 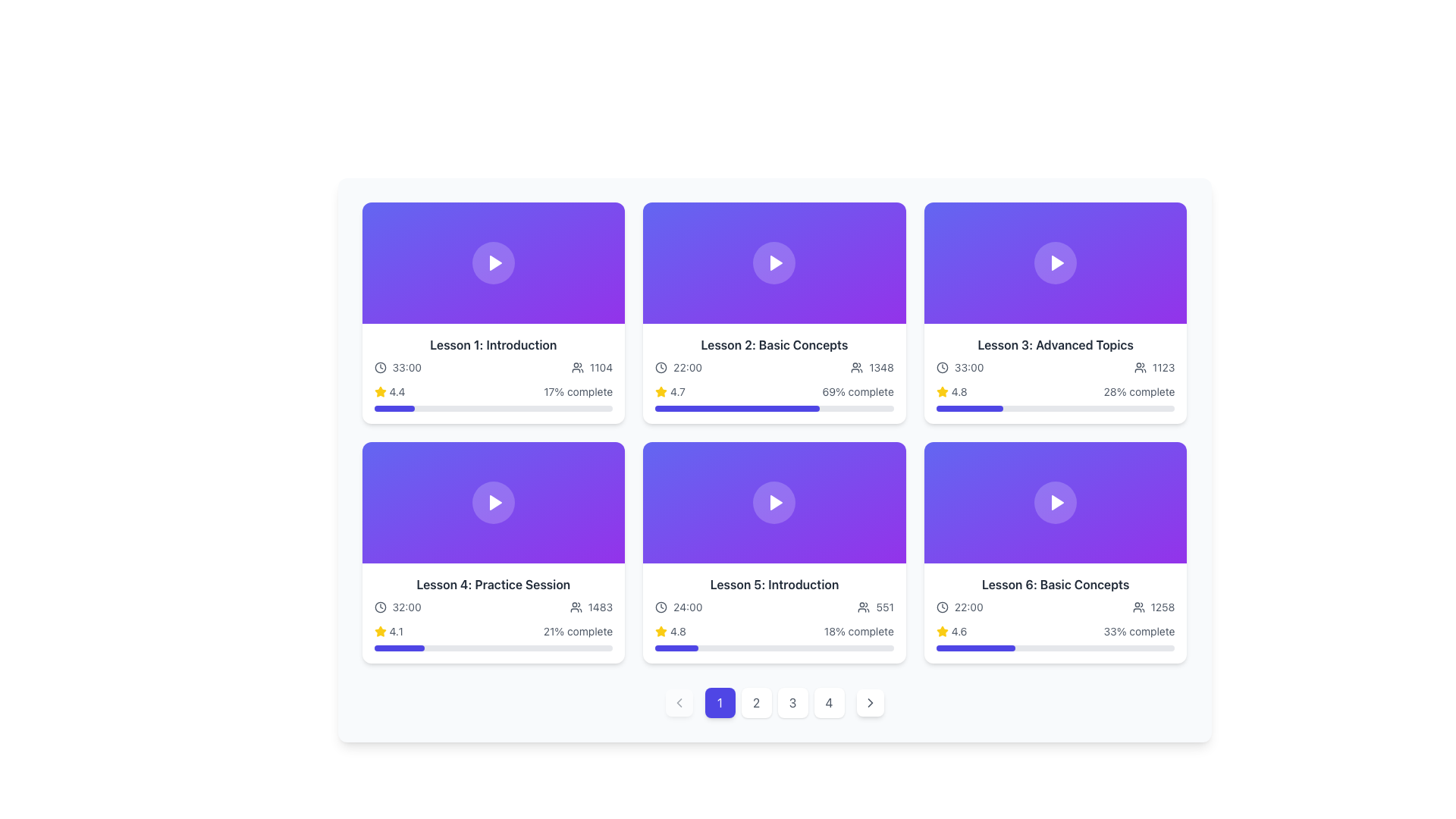 I want to click on the progress indicator for 'Lesson 4: Practice Session' located at the bottom right section of the card, which displays the lesson's completion status, so click(x=493, y=637).